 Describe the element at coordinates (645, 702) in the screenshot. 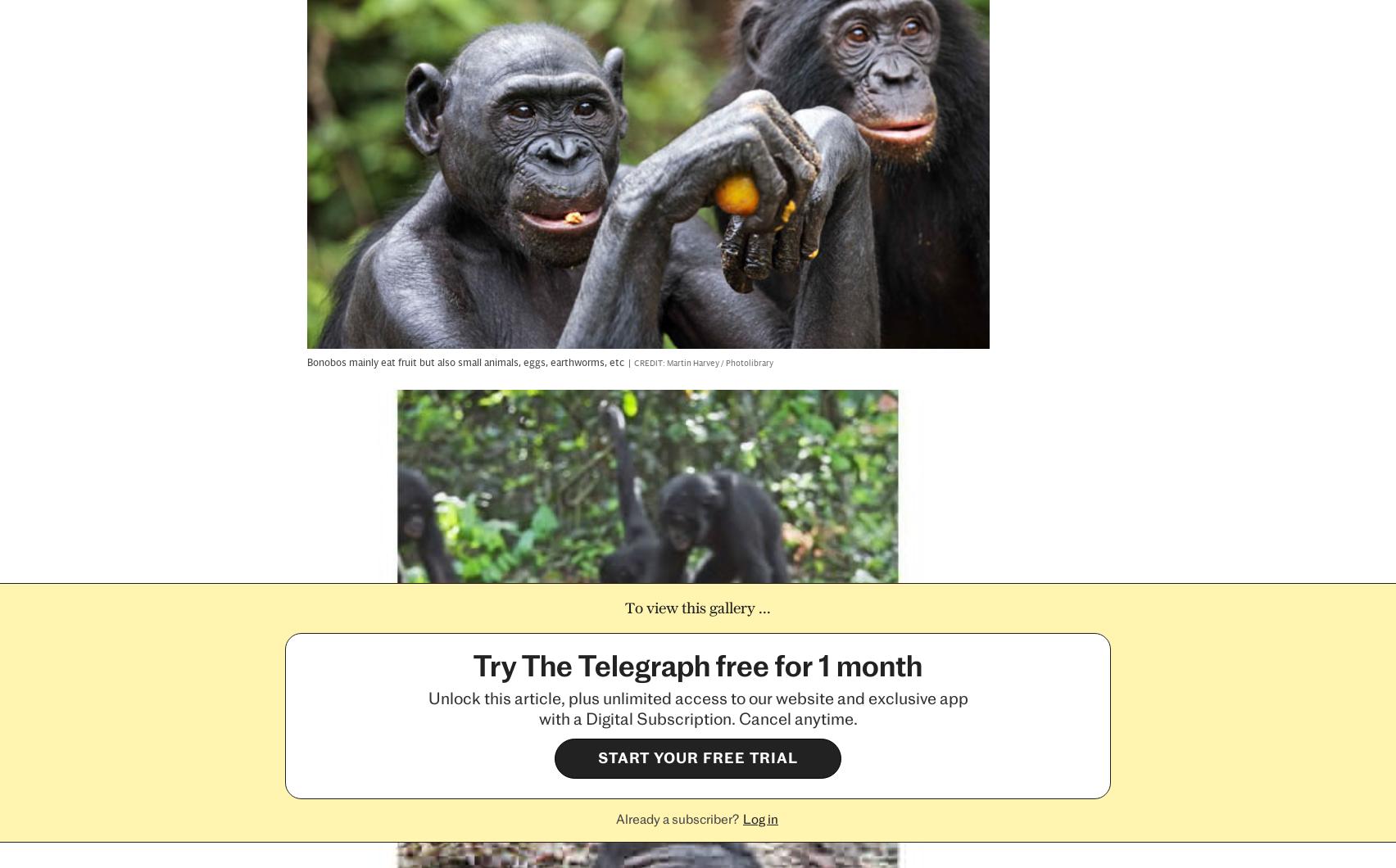

I see `'Fantasy Sport'` at that location.